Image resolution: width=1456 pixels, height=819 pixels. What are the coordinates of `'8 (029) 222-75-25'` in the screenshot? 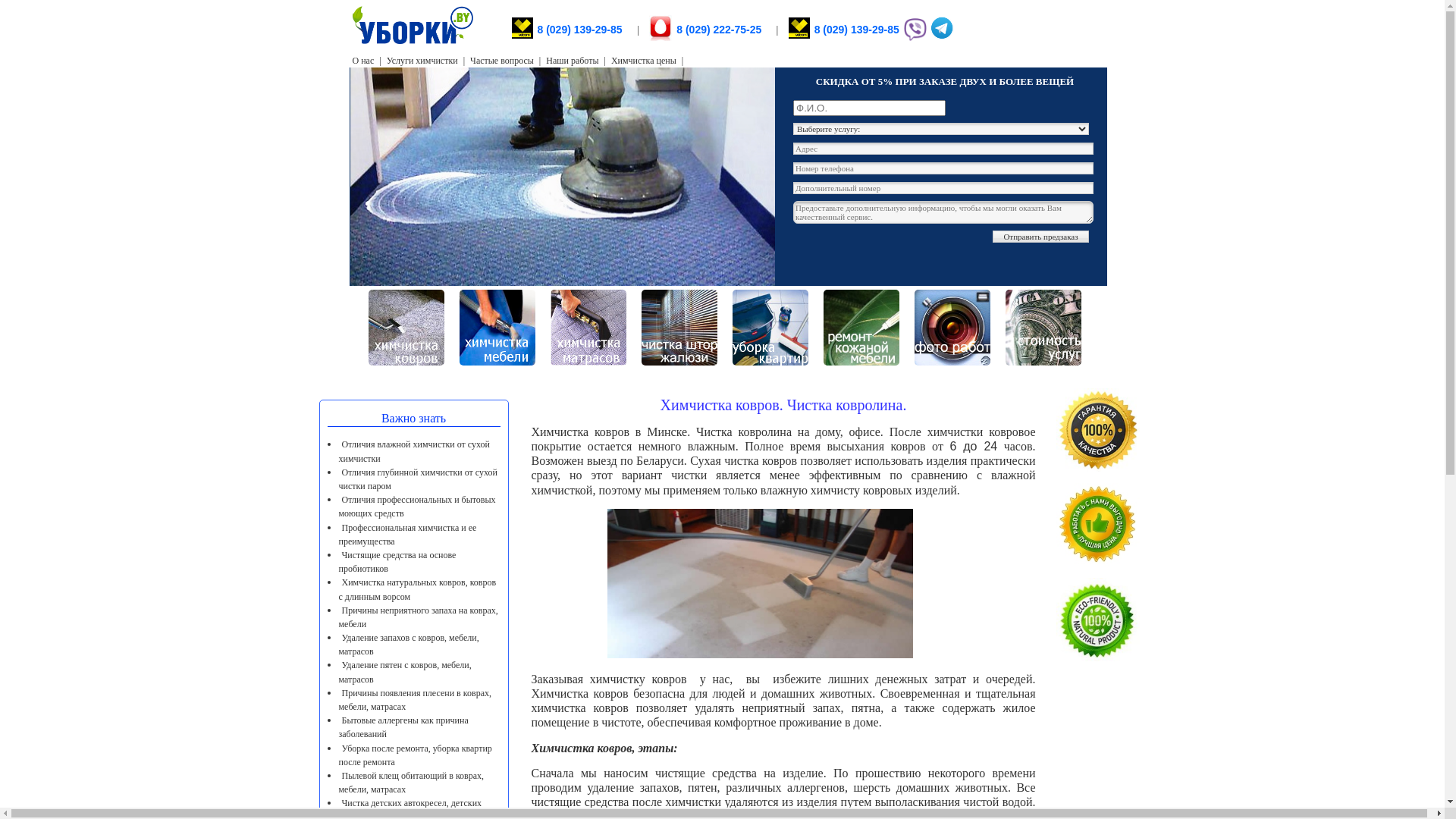 It's located at (648, 27).